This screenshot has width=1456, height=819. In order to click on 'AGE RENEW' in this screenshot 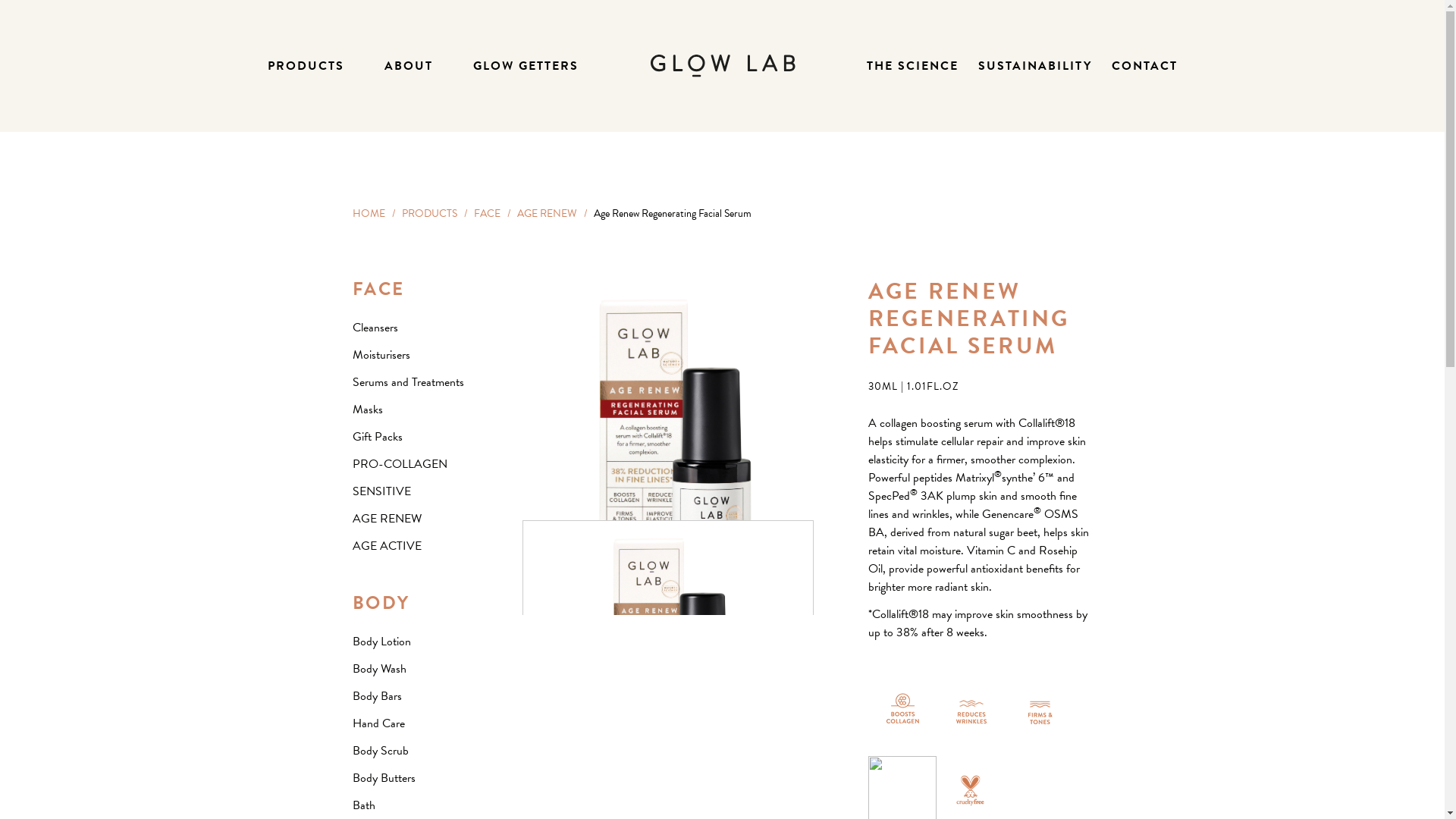, I will do `click(516, 213)`.